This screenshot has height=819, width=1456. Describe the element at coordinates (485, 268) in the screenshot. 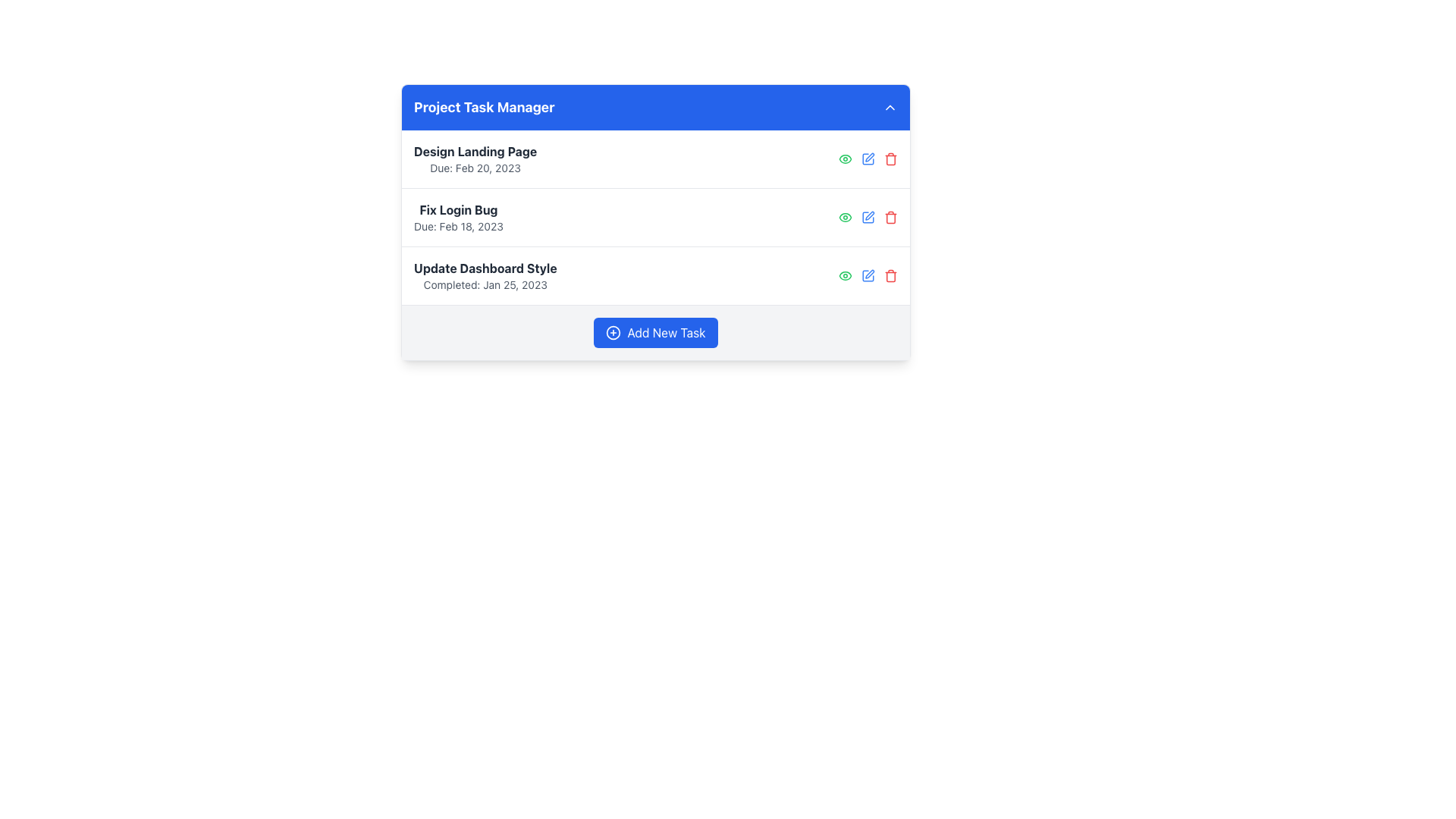

I see `the text label displaying 'Update Dashboard Style' in bold dark gray font, which is located in the third row of the task list under 'Project Task Manager'` at that location.